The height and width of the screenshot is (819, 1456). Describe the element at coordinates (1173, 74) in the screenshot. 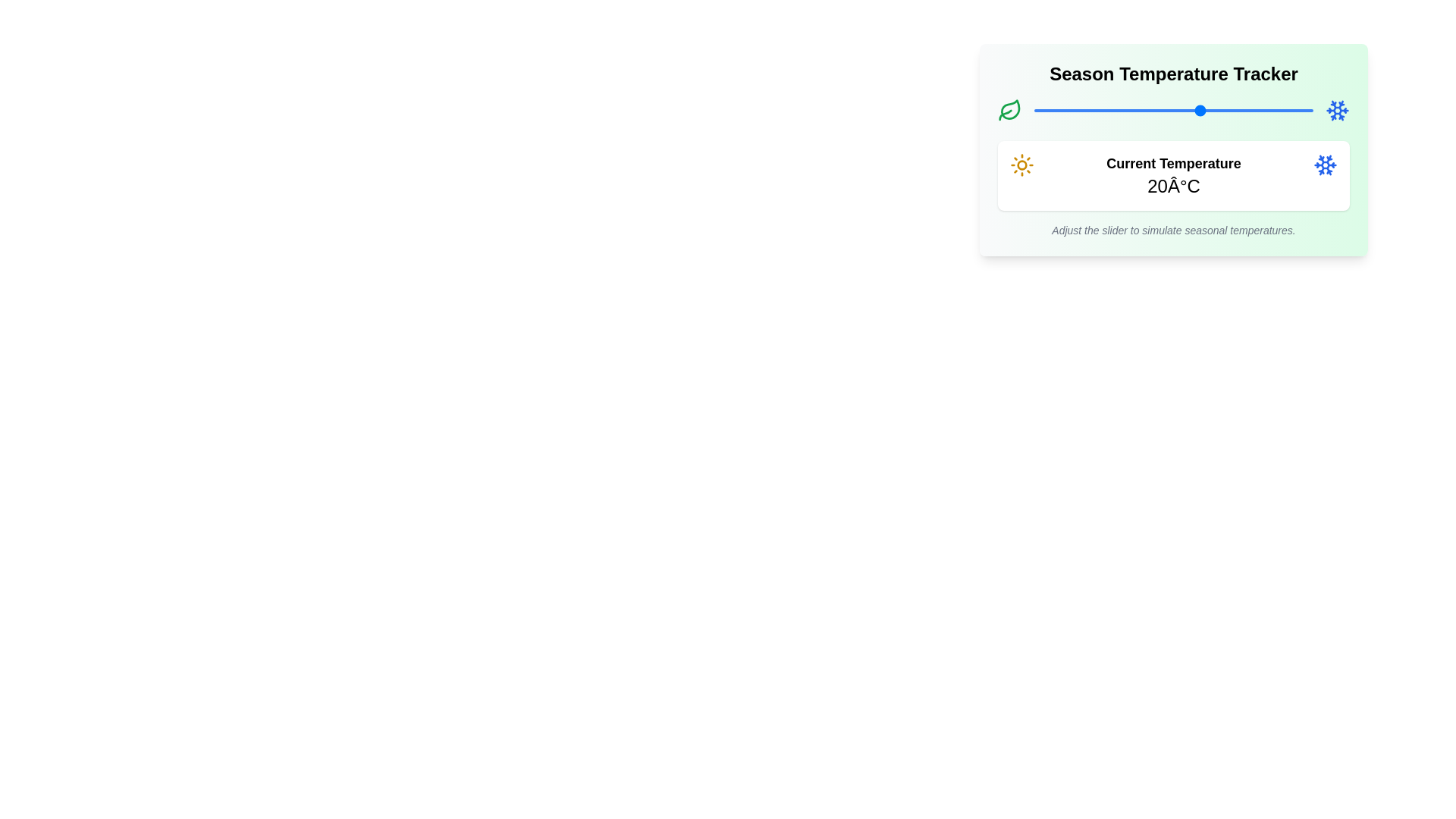

I see `the title 'Season Temperature Tracker'` at that location.